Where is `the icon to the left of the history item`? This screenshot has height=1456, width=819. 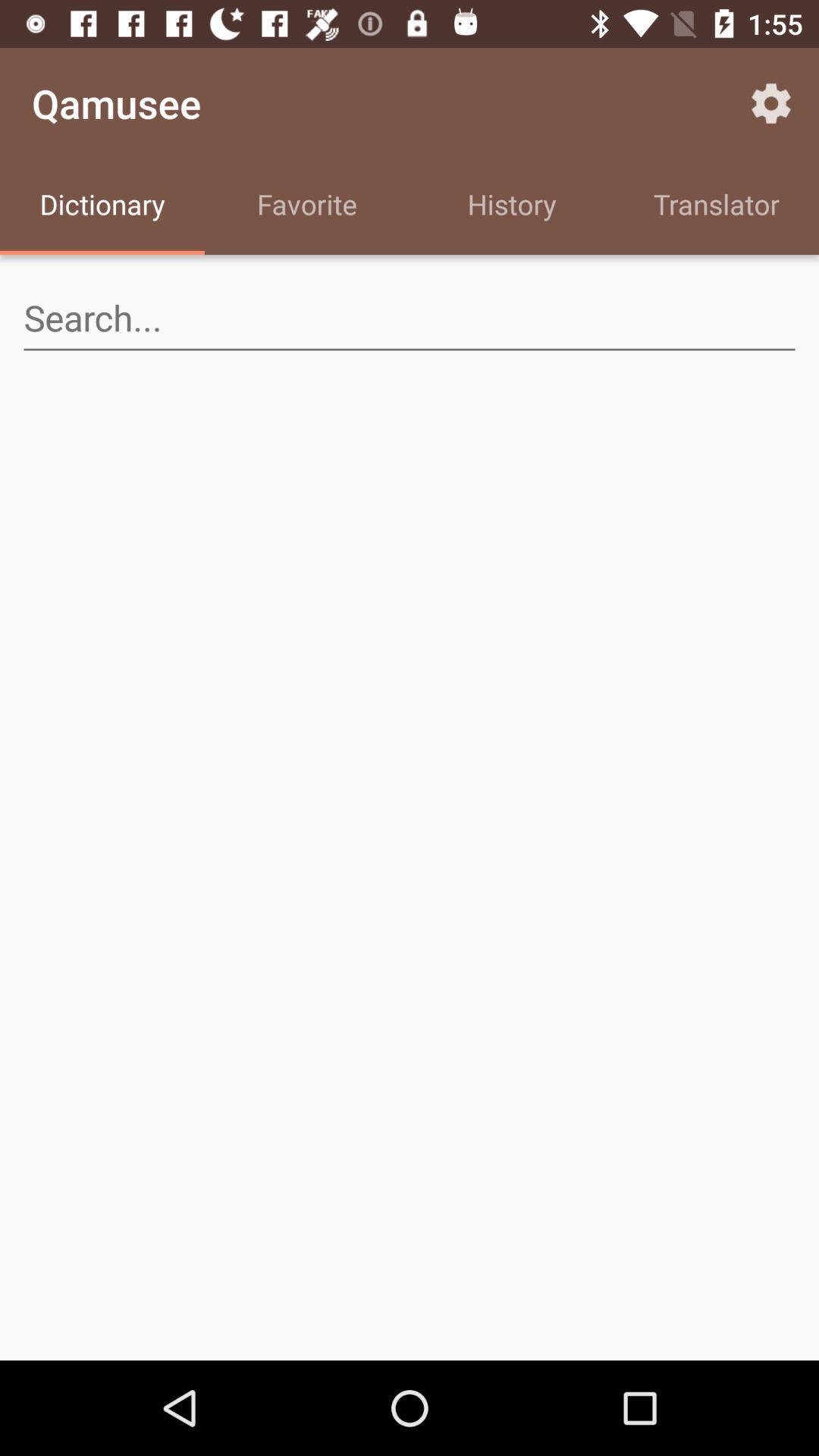
the icon to the left of the history item is located at coordinates (307, 206).